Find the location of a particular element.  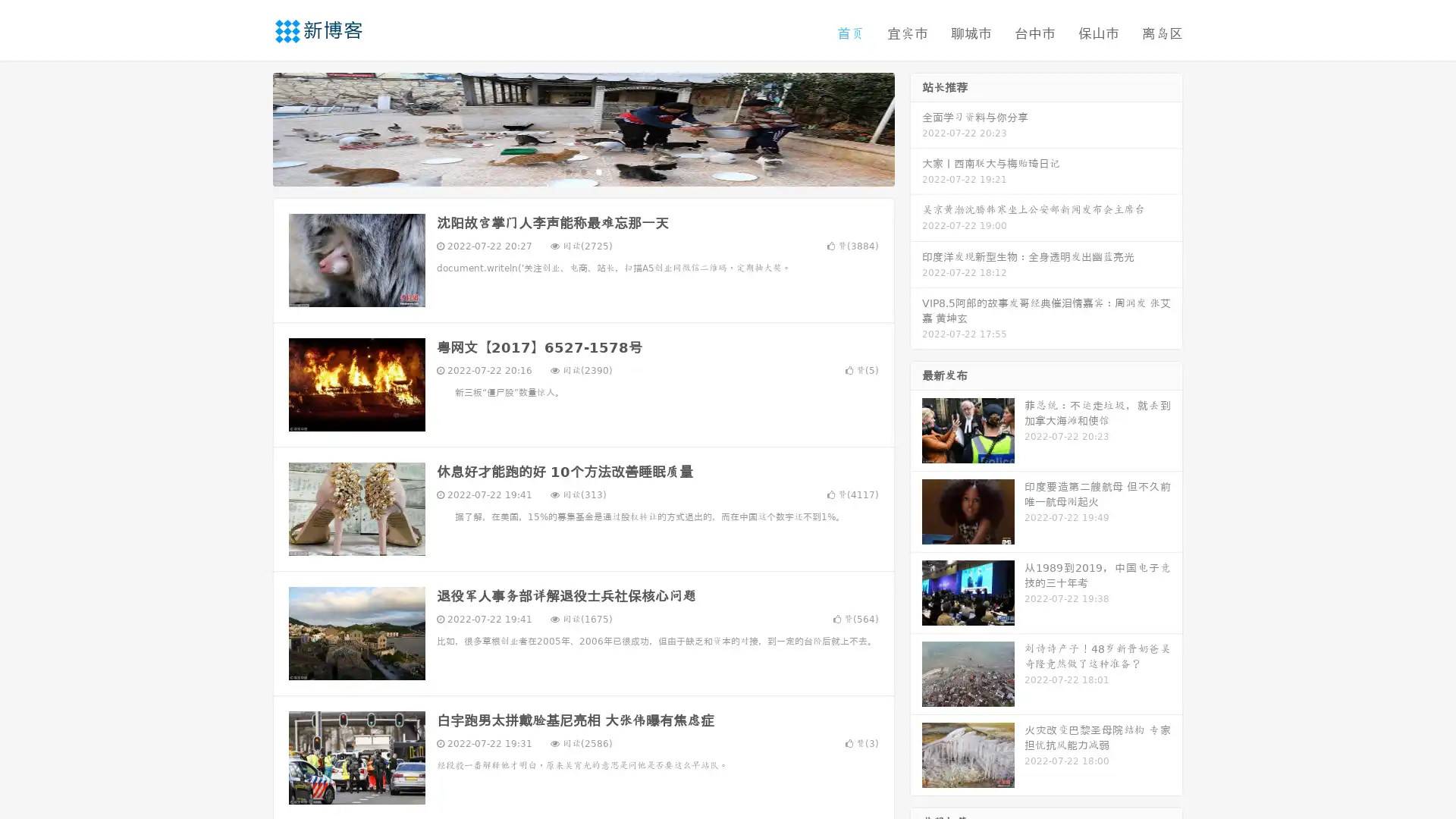

Go to slide 3 is located at coordinates (598, 171).